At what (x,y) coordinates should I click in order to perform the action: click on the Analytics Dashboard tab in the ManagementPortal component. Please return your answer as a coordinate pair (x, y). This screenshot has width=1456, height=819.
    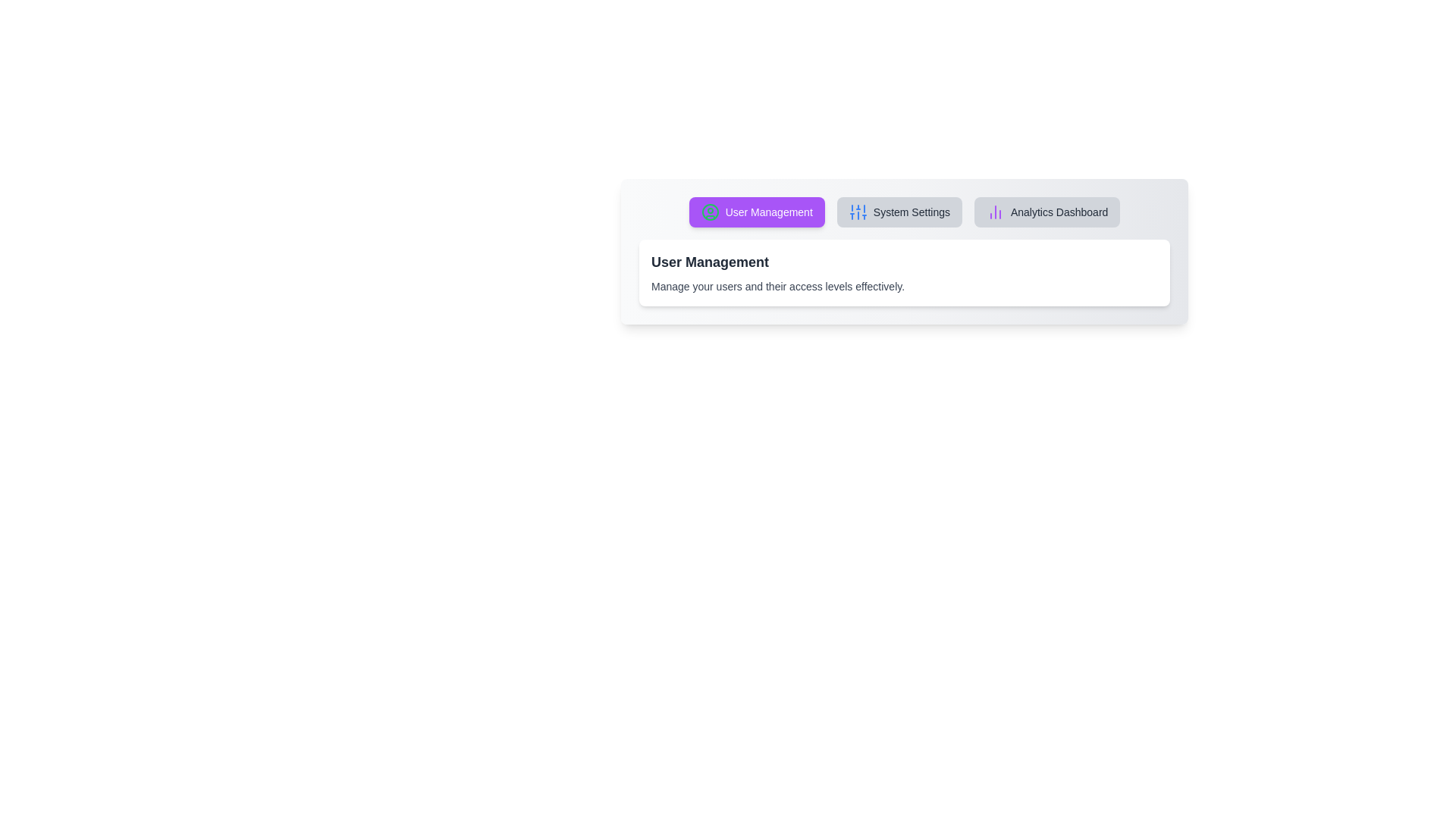
    Looking at the image, I should click on (1046, 212).